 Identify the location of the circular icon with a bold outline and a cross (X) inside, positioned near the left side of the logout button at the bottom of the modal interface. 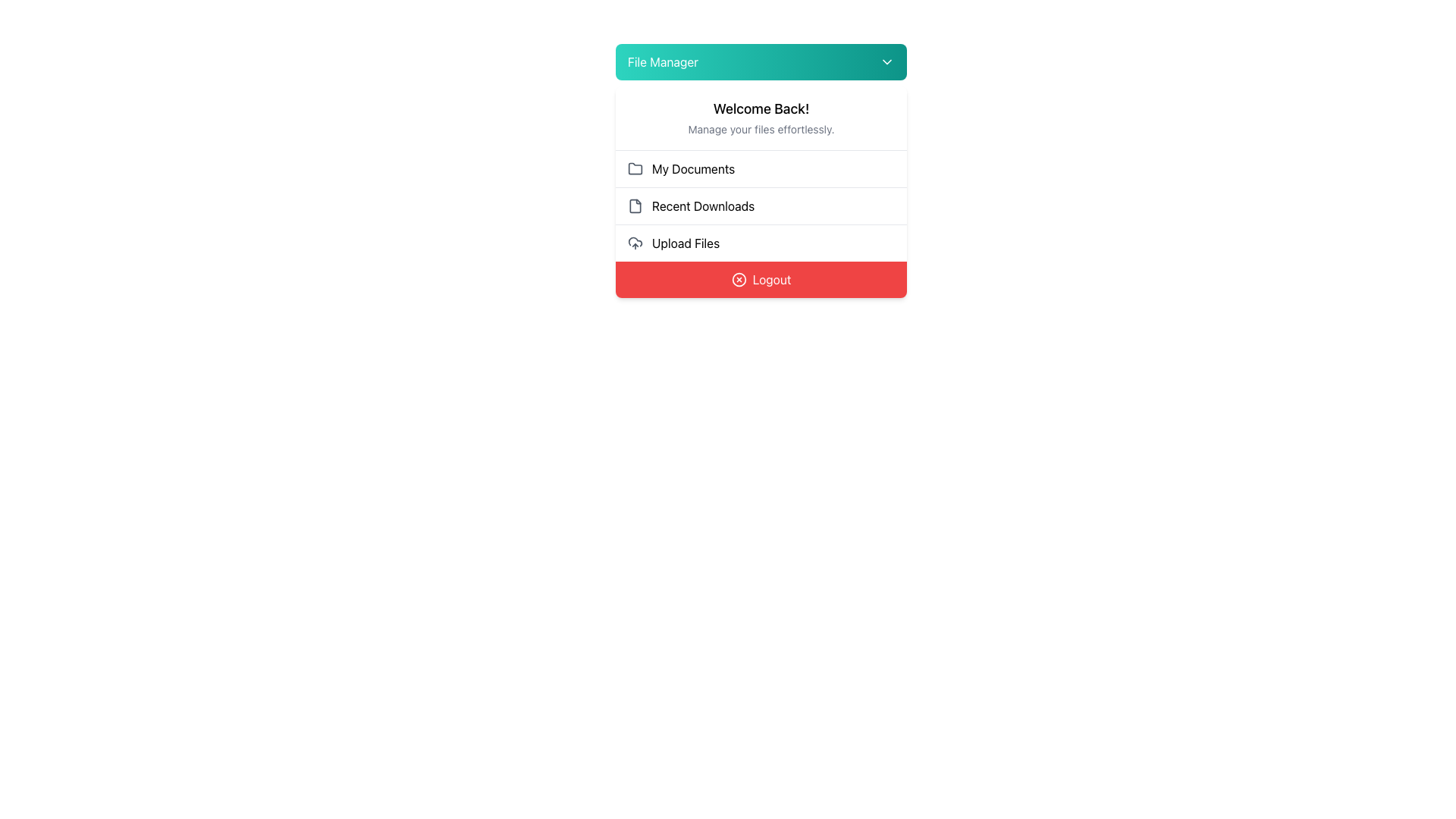
(739, 280).